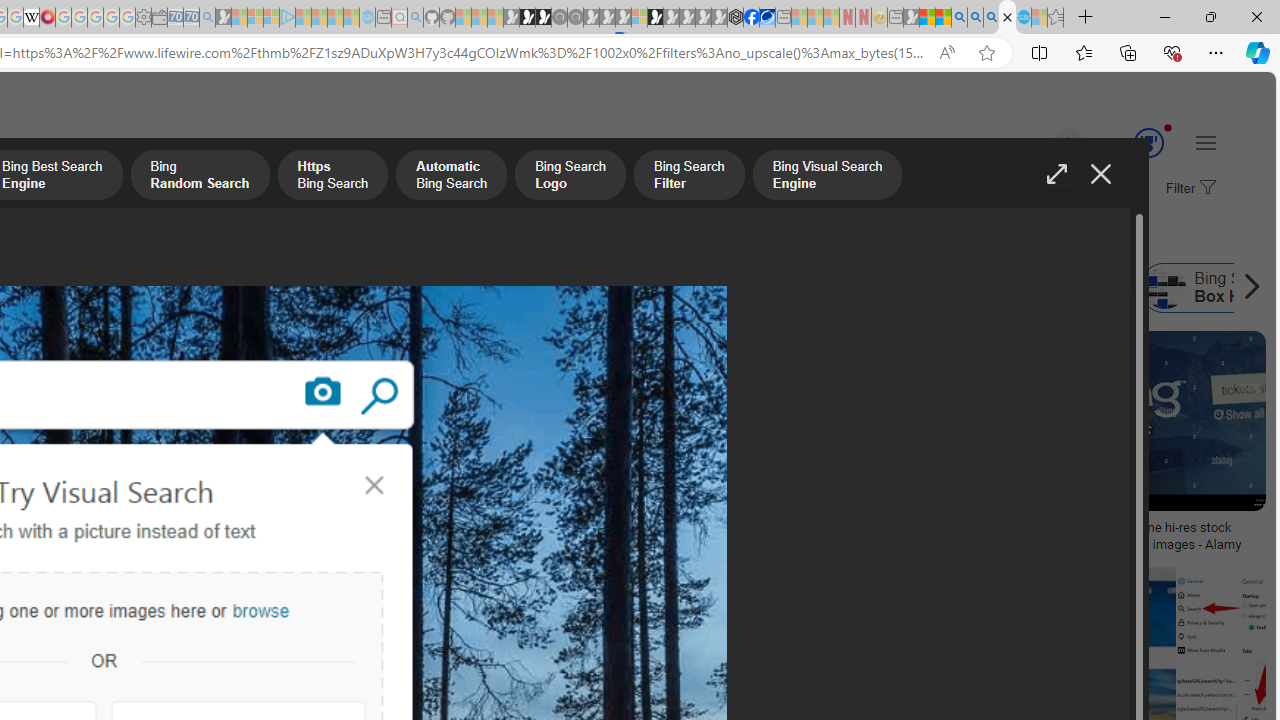 The width and height of the screenshot is (1280, 720). I want to click on 'Full screen', so click(1055, 173).